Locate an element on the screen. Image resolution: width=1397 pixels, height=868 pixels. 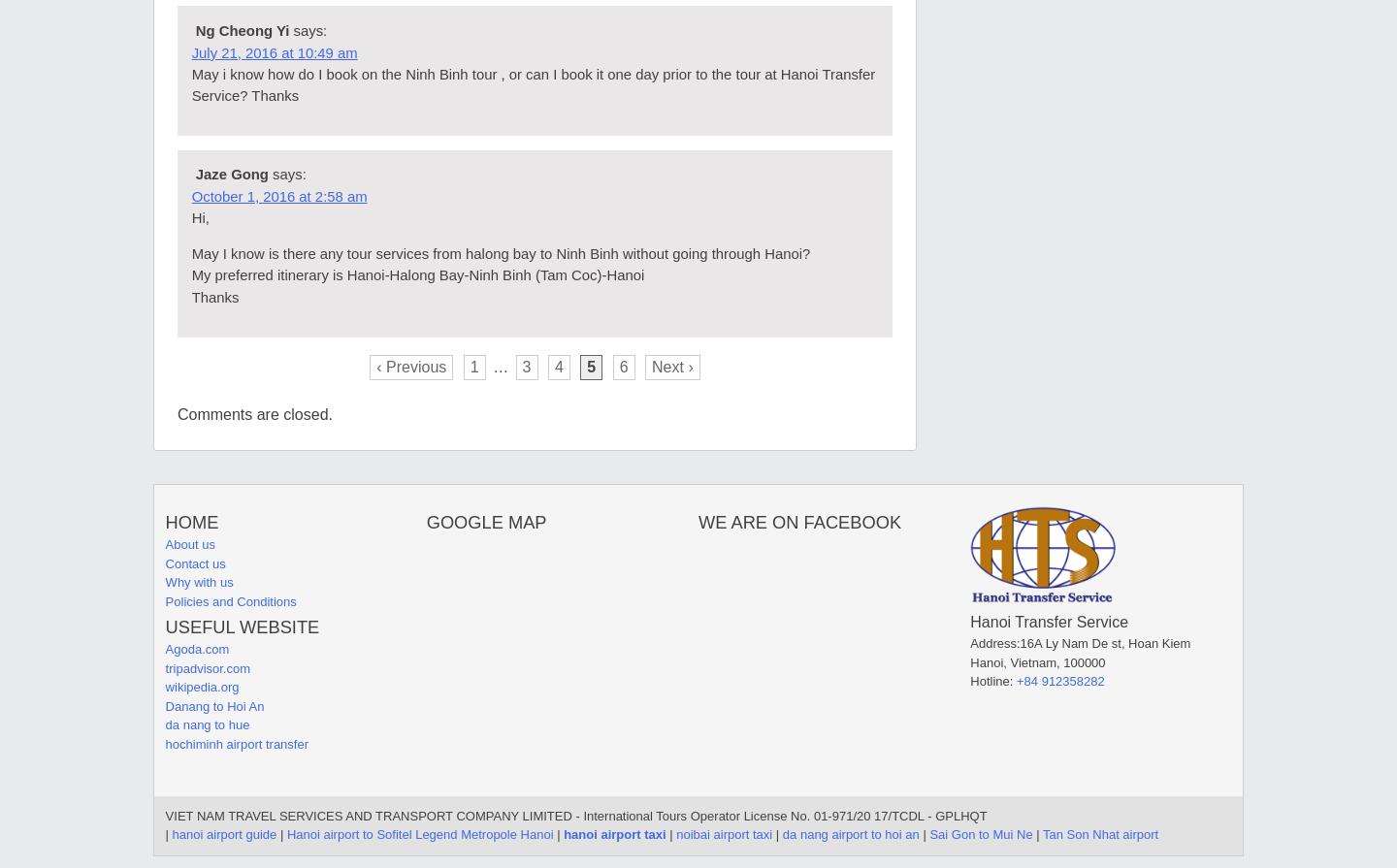
'Google map' is located at coordinates (484, 521).